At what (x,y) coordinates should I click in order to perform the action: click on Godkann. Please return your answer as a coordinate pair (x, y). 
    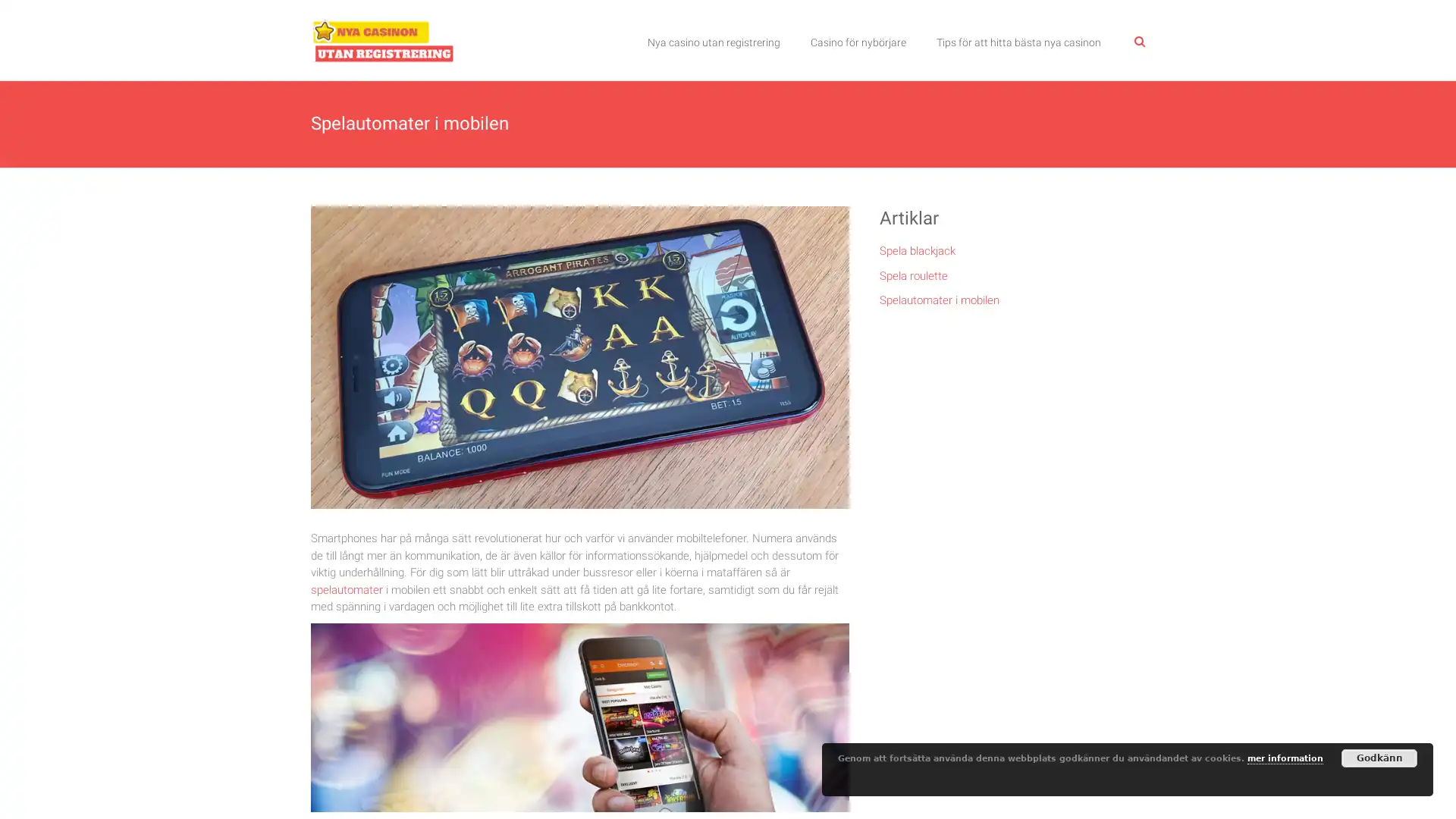
    Looking at the image, I should click on (1379, 758).